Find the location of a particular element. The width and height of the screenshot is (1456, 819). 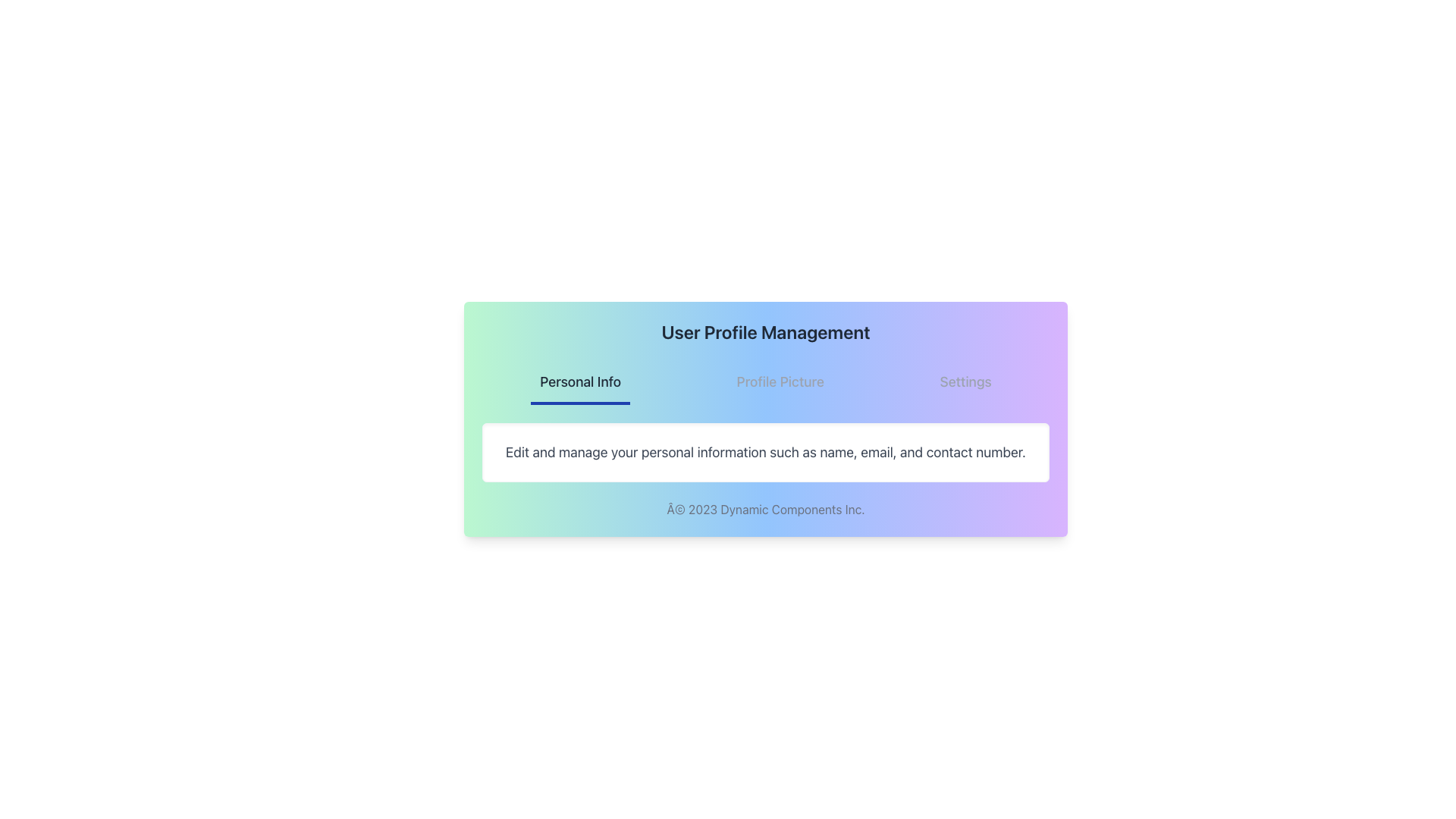

copyright information displayed at the bottom of the user profile management card section is located at coordinates (765, 509).